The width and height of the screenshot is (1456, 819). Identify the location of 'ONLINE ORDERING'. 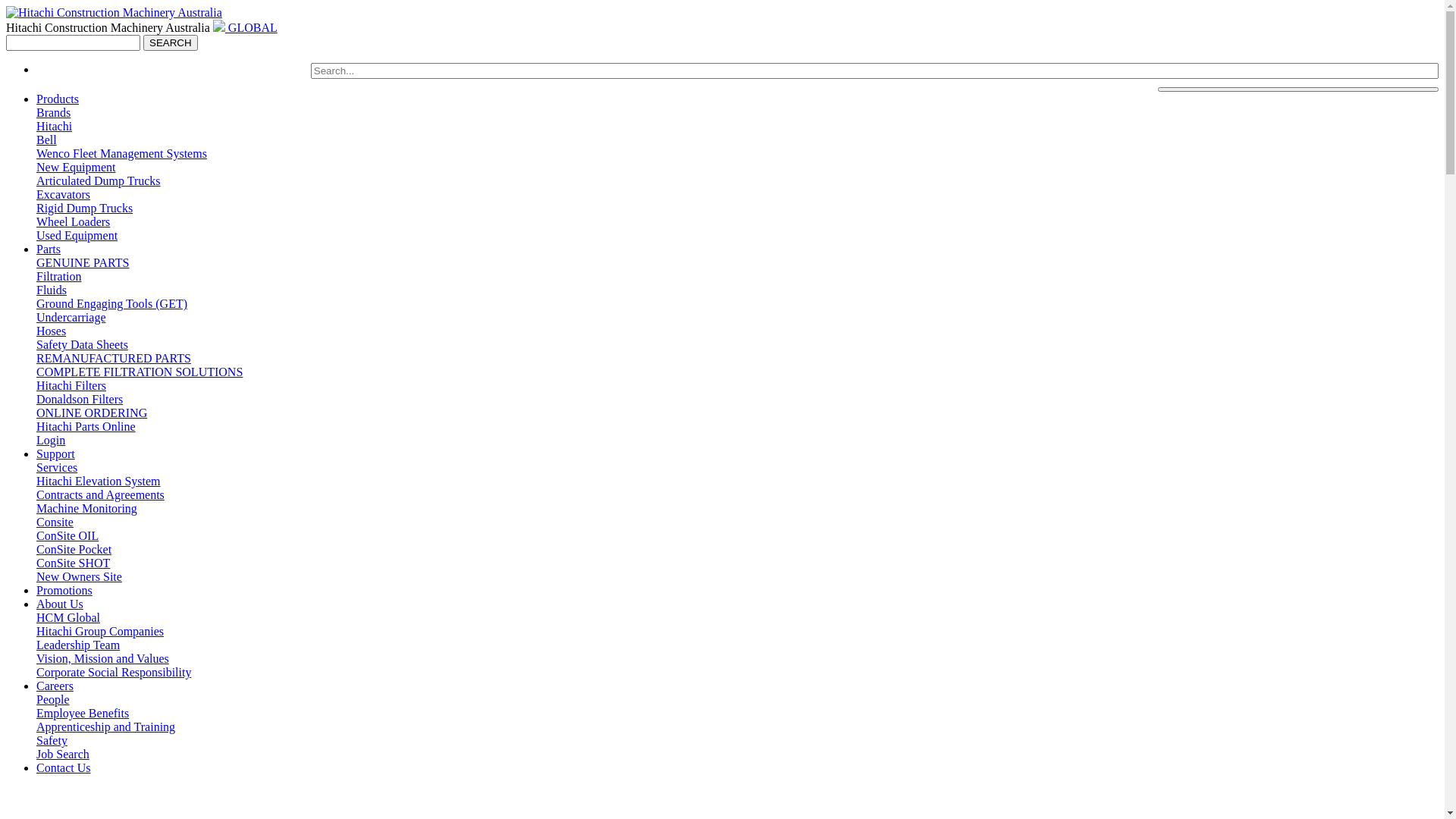
(90, 413).